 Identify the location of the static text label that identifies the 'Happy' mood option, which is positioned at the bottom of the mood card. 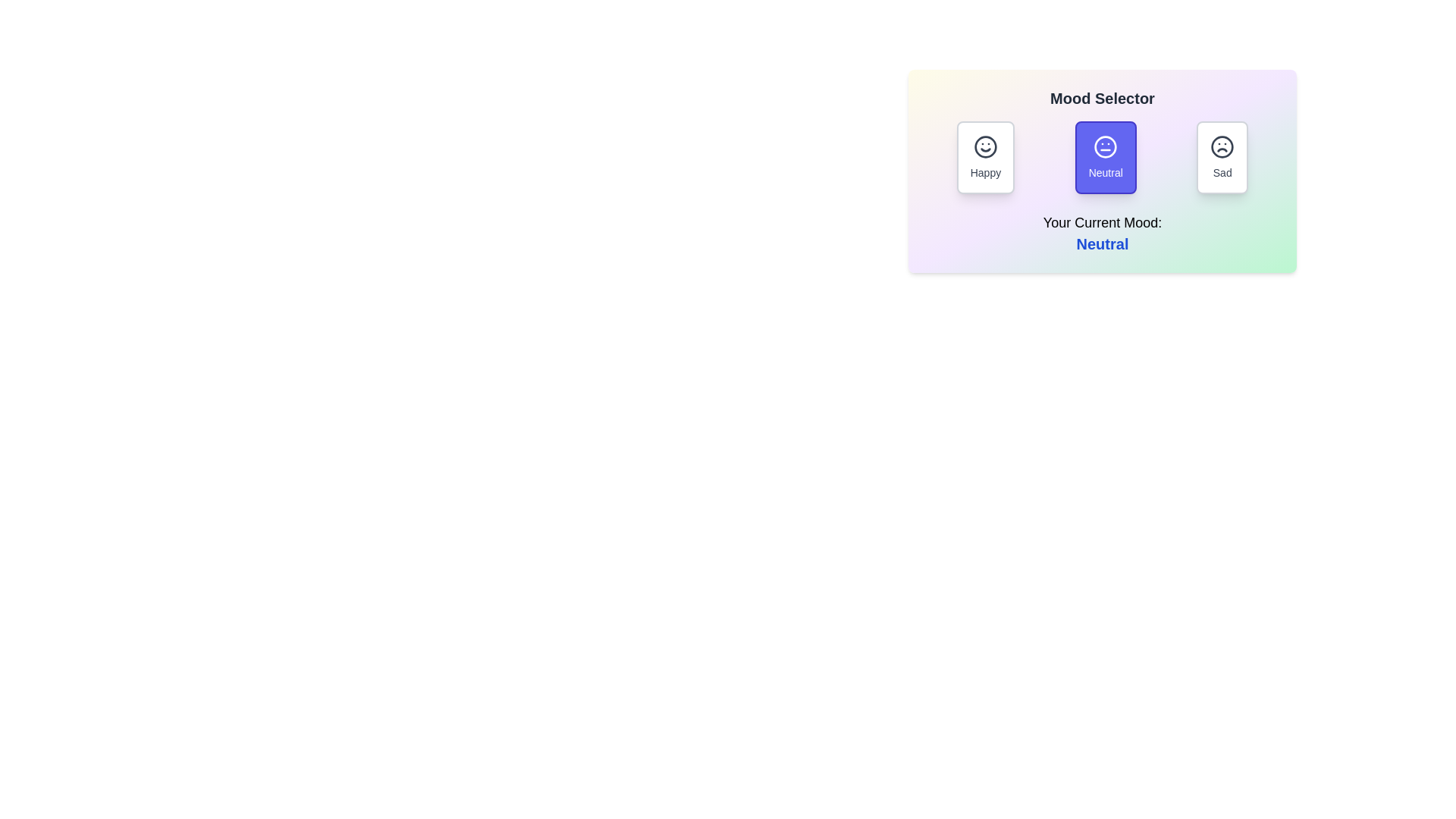
(986, 171).